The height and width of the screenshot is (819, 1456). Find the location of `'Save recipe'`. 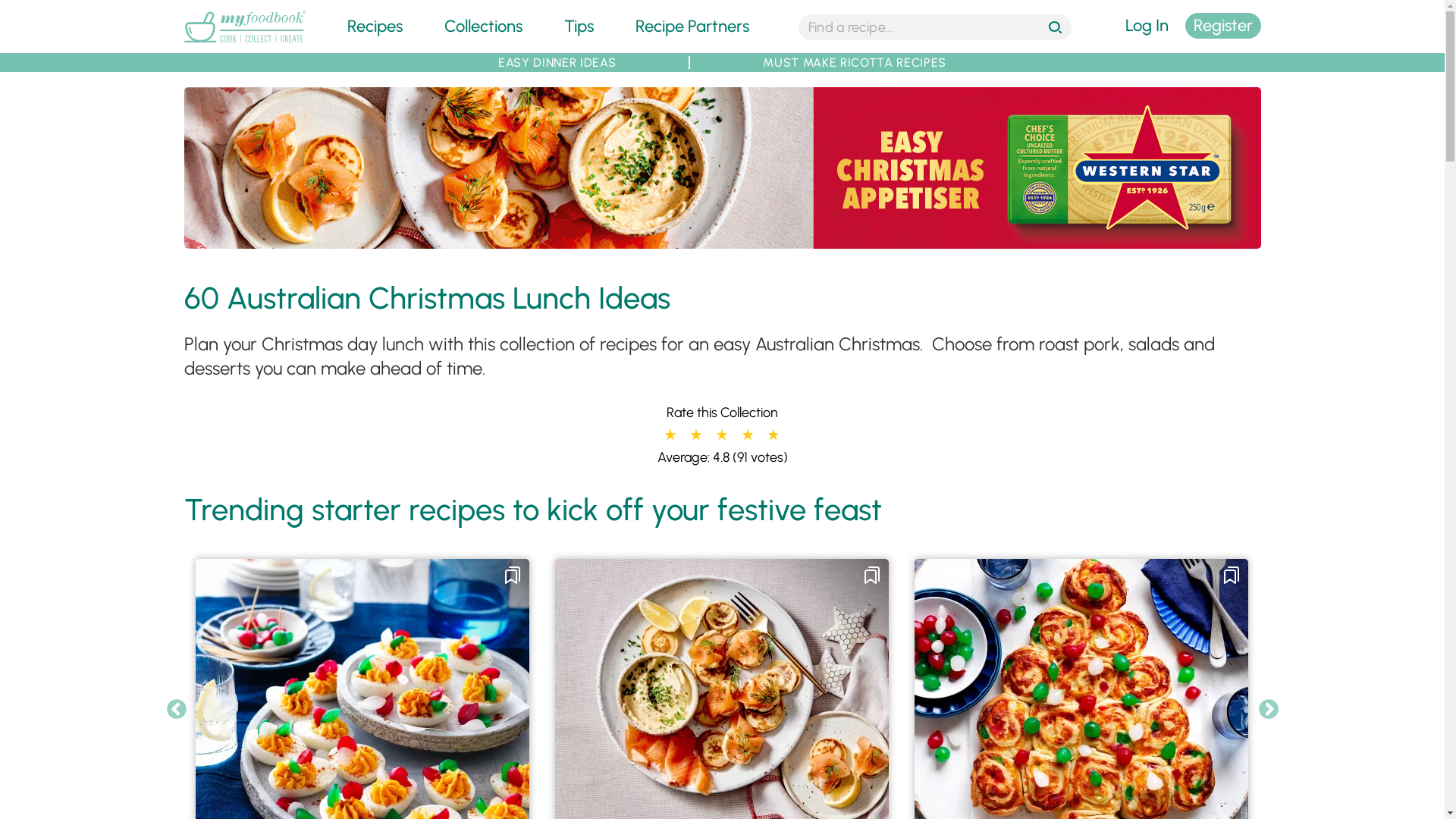

'Save recipe' is located at coordinates (1231, 576).